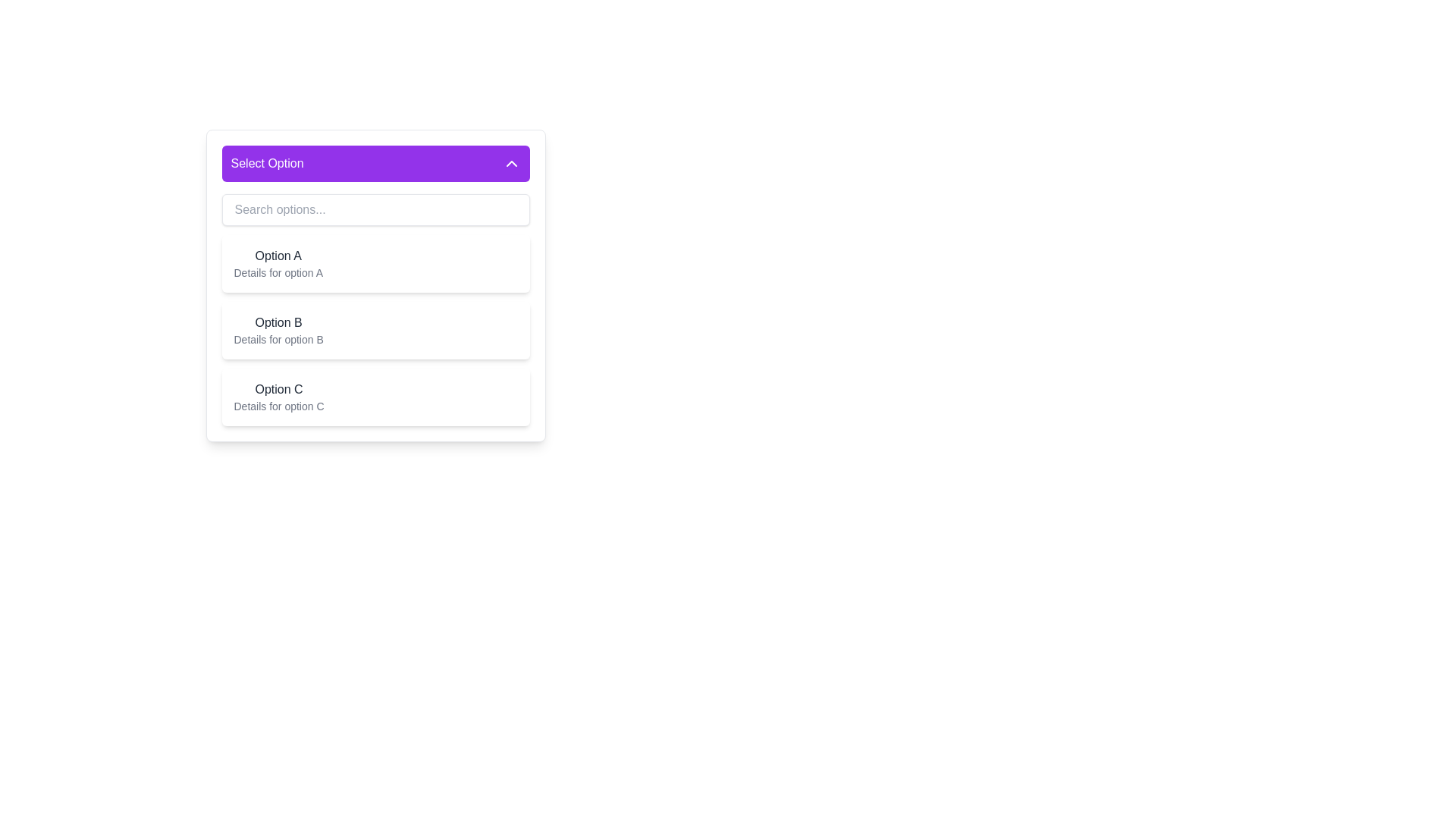 The height and width of the screenshot is (819, 1456). Describe the element at coordinates (511, 164) in the screenshot. I see `the chevron-up icon, which is a white arrowhead pointing upwards on a purple background, located to the far-right side of the header bar labeled 'Select Option'` at that location.